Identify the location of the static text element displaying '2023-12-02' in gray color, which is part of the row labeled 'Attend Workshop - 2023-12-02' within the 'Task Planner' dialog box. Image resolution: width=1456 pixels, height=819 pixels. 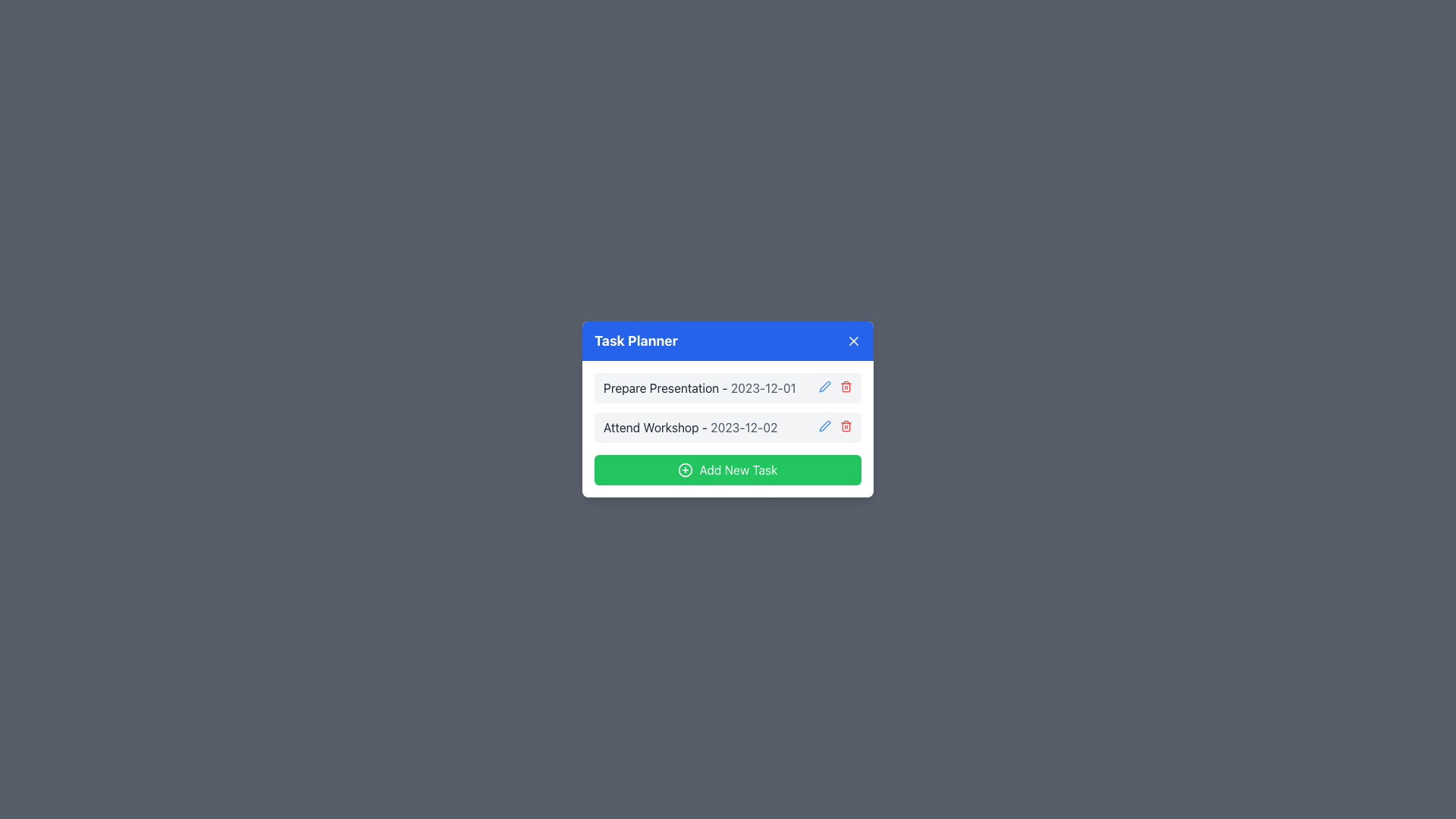
(744, 427).